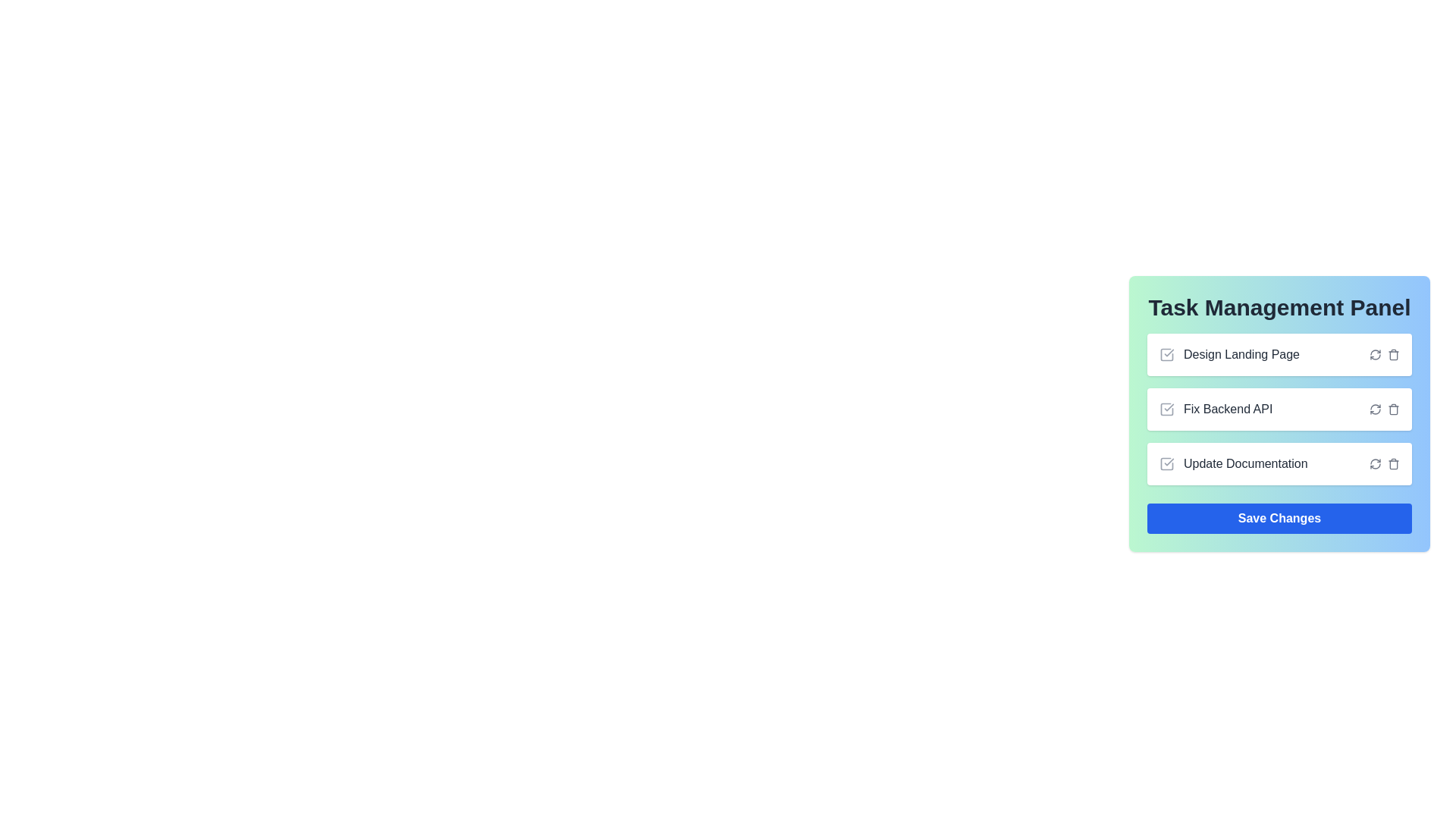 The image size is (1456, 819). Describe the element at coordinates (1166, 409) in the screenshot. I see `the checkbox icon` at that location.